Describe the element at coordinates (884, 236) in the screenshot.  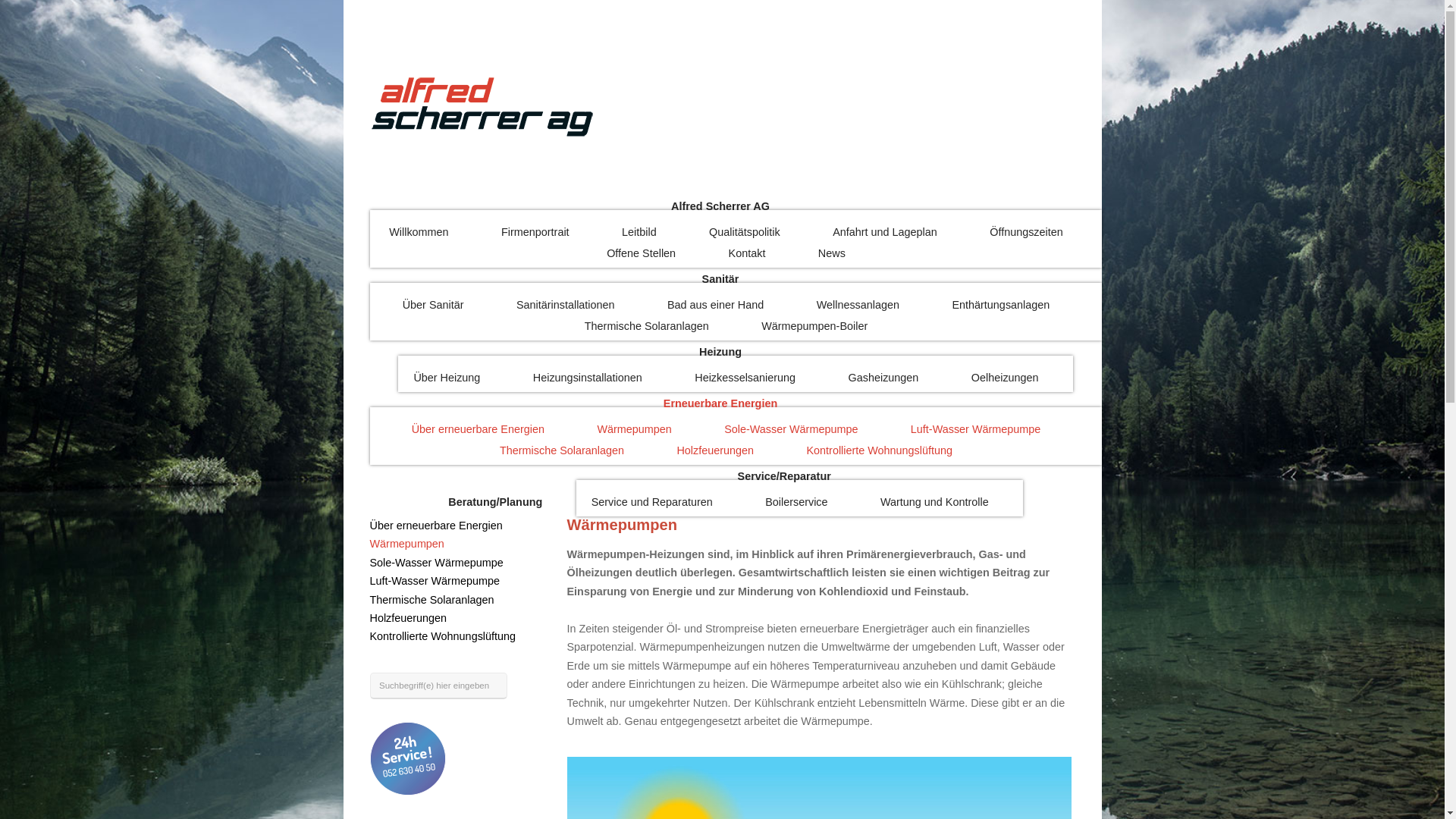
I see `'Anfahrt und Lageplan'` at that location.